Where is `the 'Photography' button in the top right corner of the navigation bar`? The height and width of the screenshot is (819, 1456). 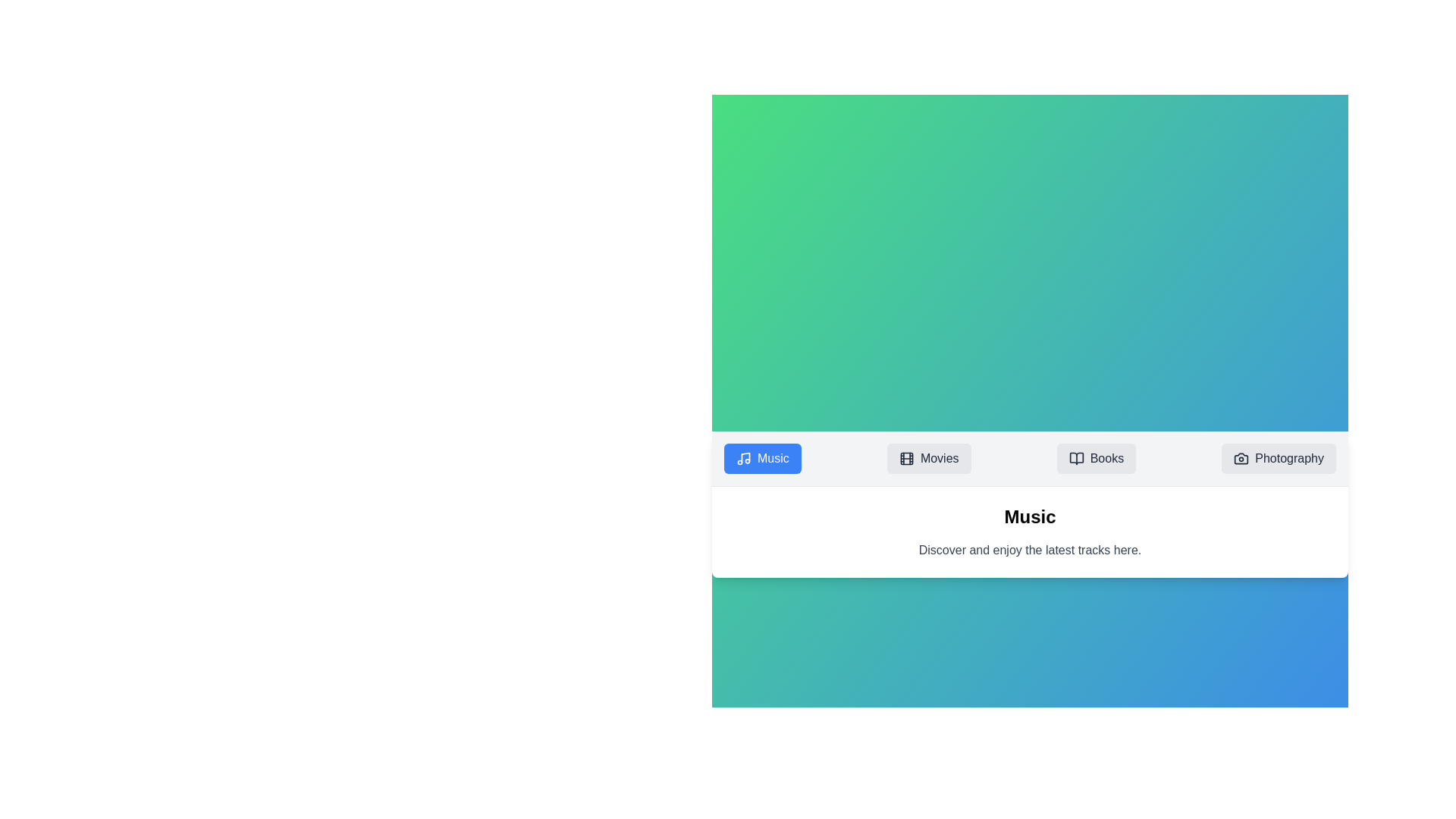
the 'Photography' button in the top right corner of the navigation bar is located at coordinates (1278, 457).